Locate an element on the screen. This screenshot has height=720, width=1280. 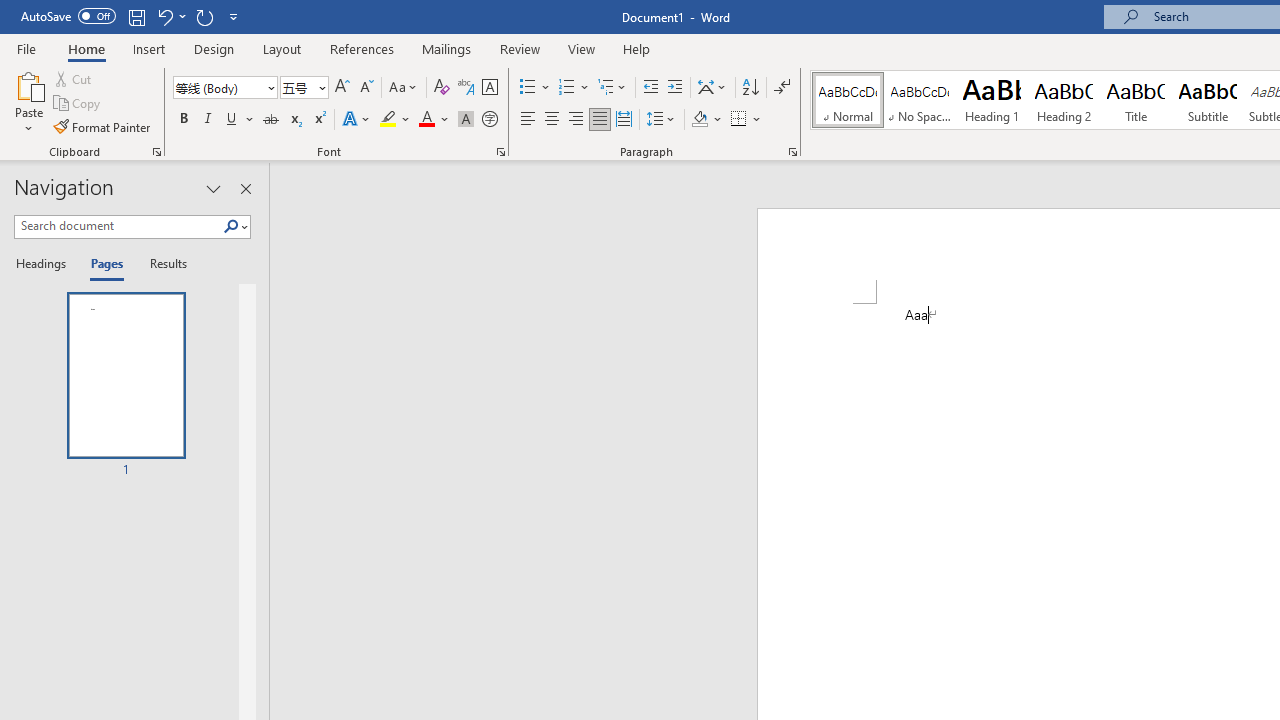
'Repeat Increase Indent' is located at coordinates (204, 16).